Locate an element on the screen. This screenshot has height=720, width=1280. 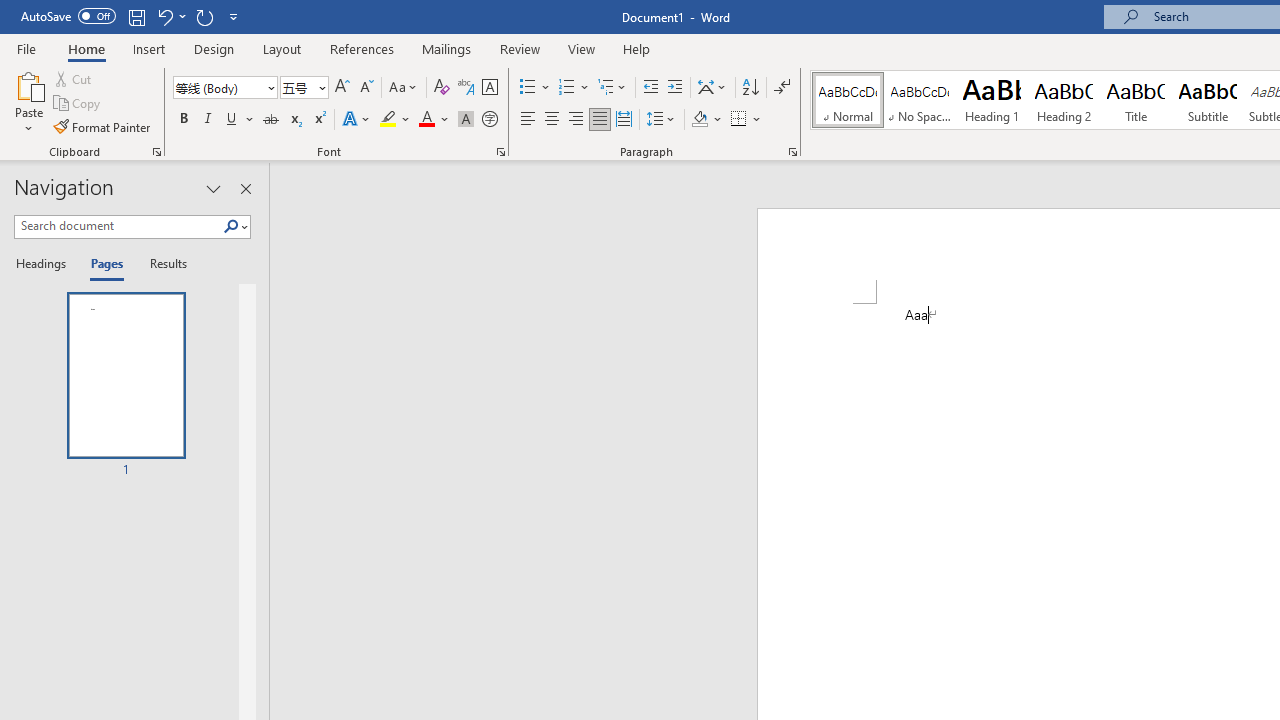
'Repeat Increase Indent' is located at coordinates (204, 16).